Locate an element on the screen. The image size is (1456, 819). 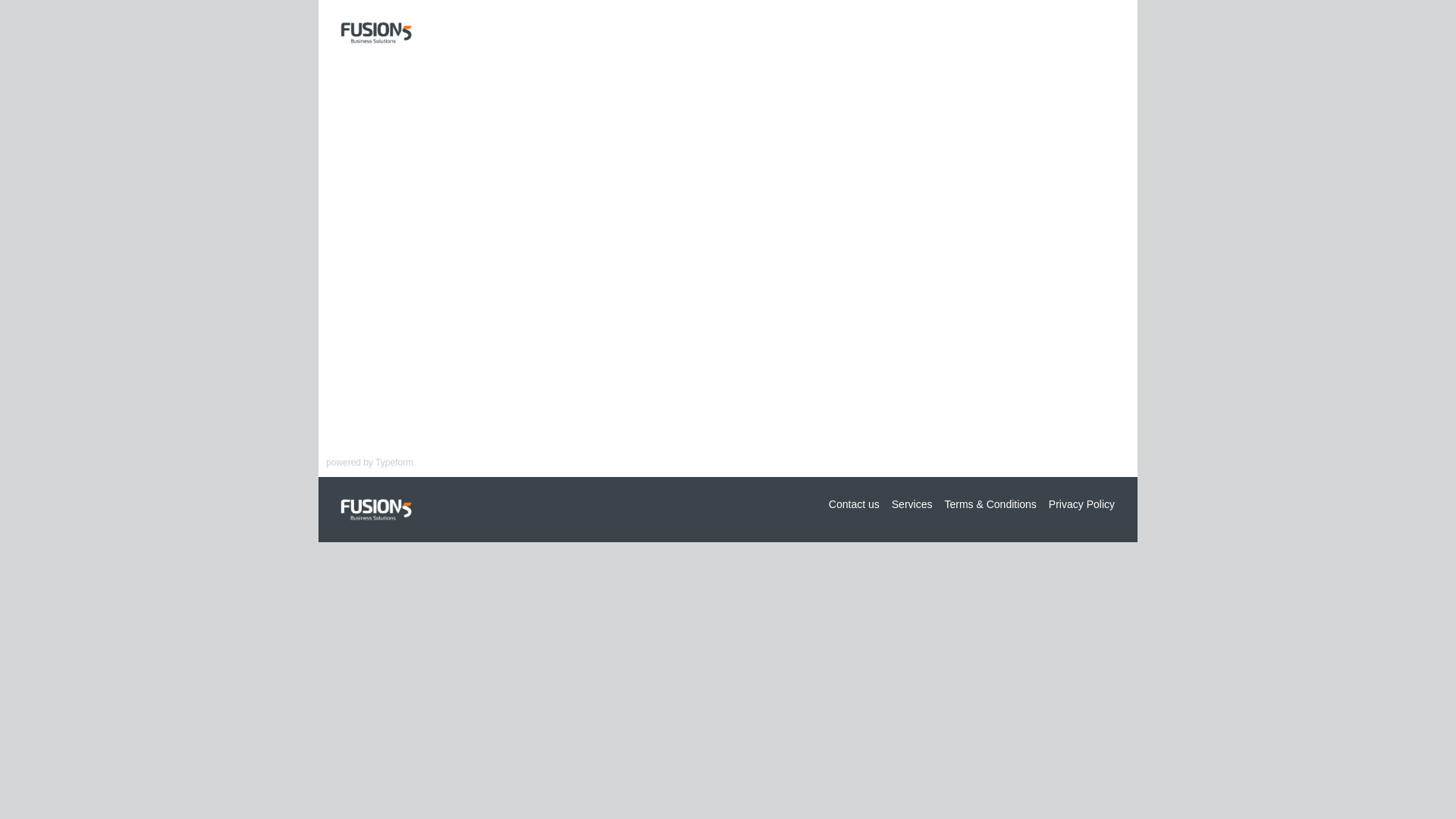
'Contact us' is located at coordinates (854, 504).